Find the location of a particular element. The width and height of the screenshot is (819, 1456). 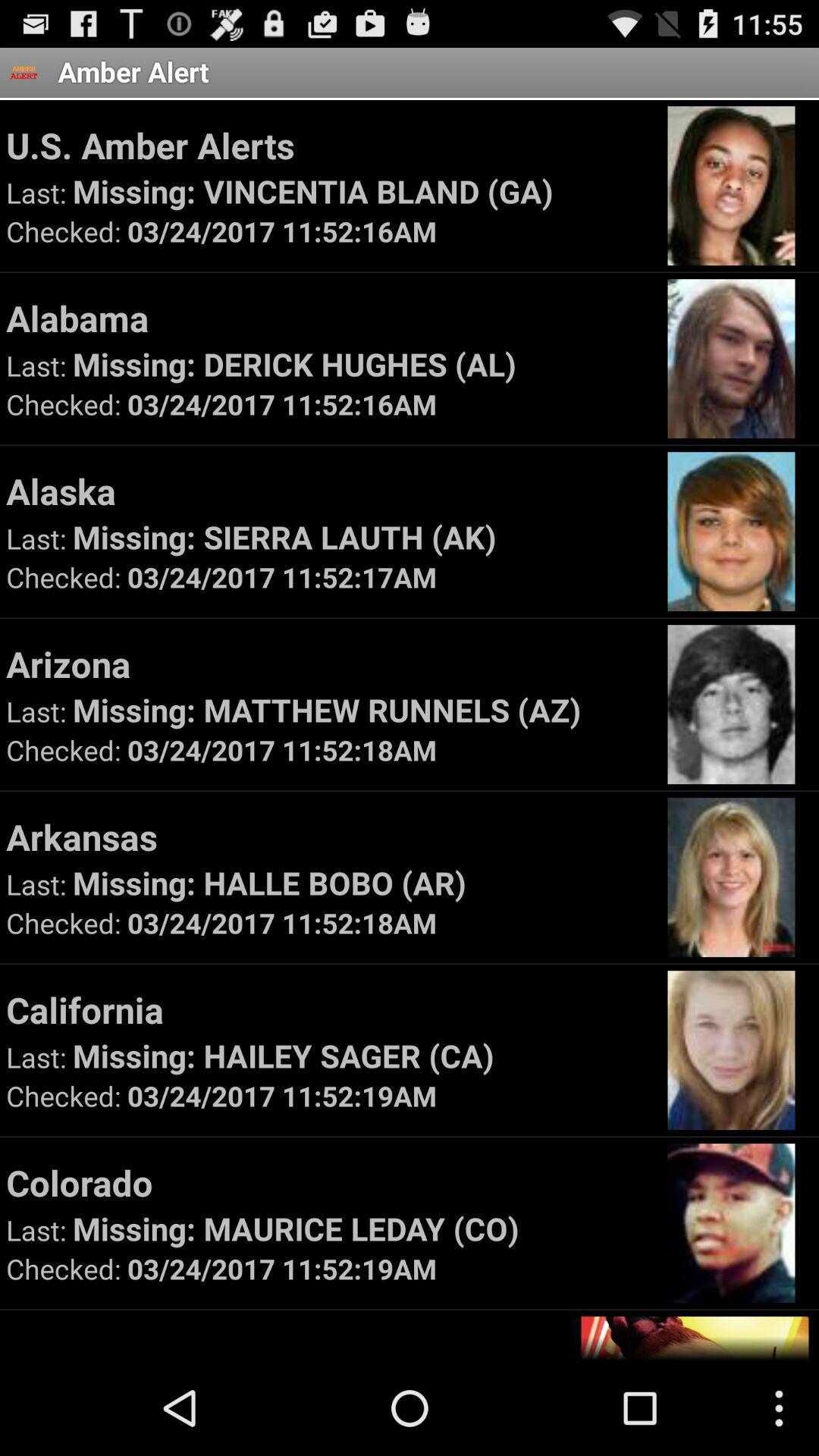

the alabama is located at coordinates (329, 317).